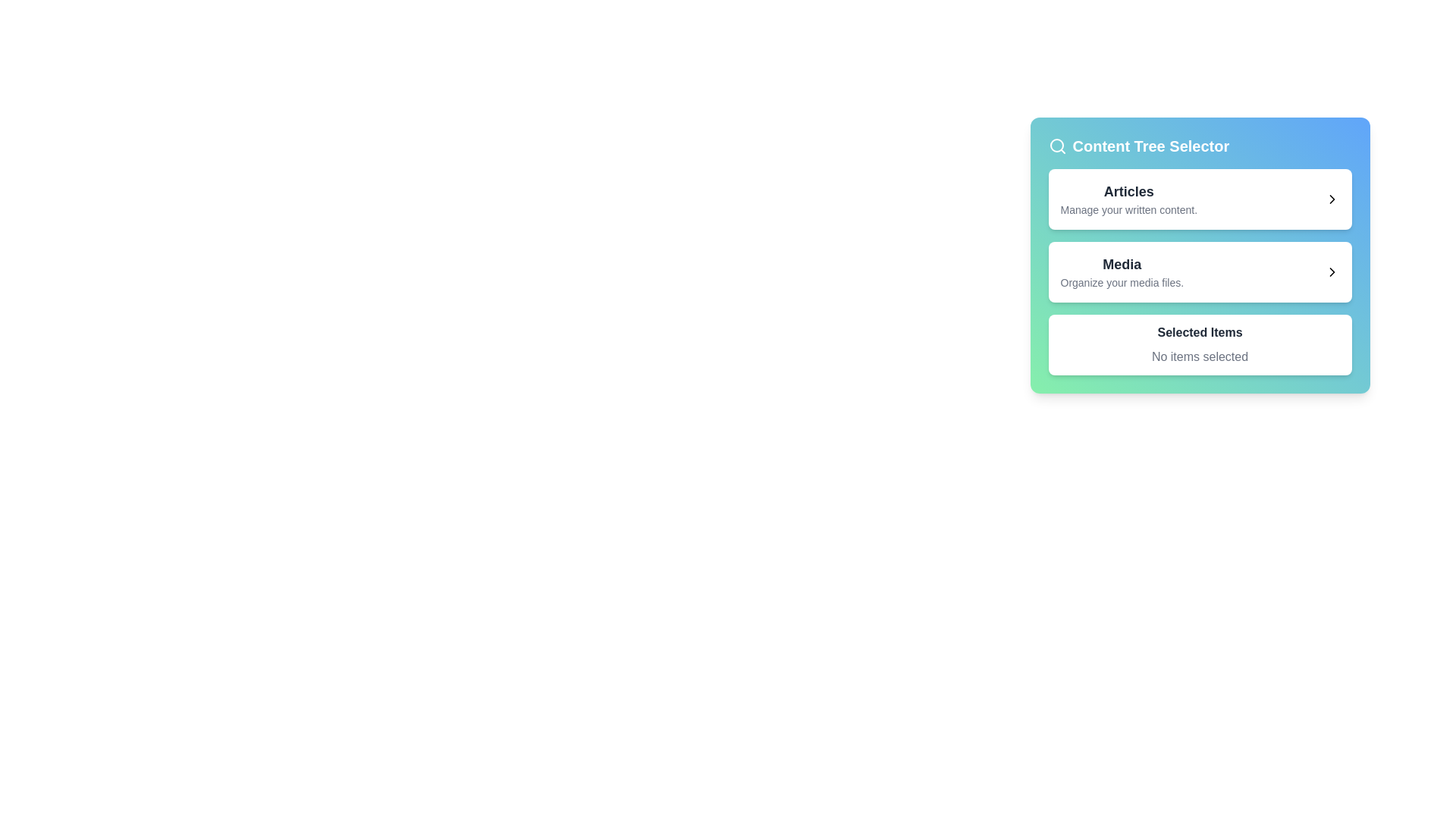  What do you see at coordinates (1199, 271) in the screenshot?
I see `to select the second menu item in the vertical list located in the card UI, positioned between 'Articles' and 'Selected Items'` at bounding box center [1199, 271].